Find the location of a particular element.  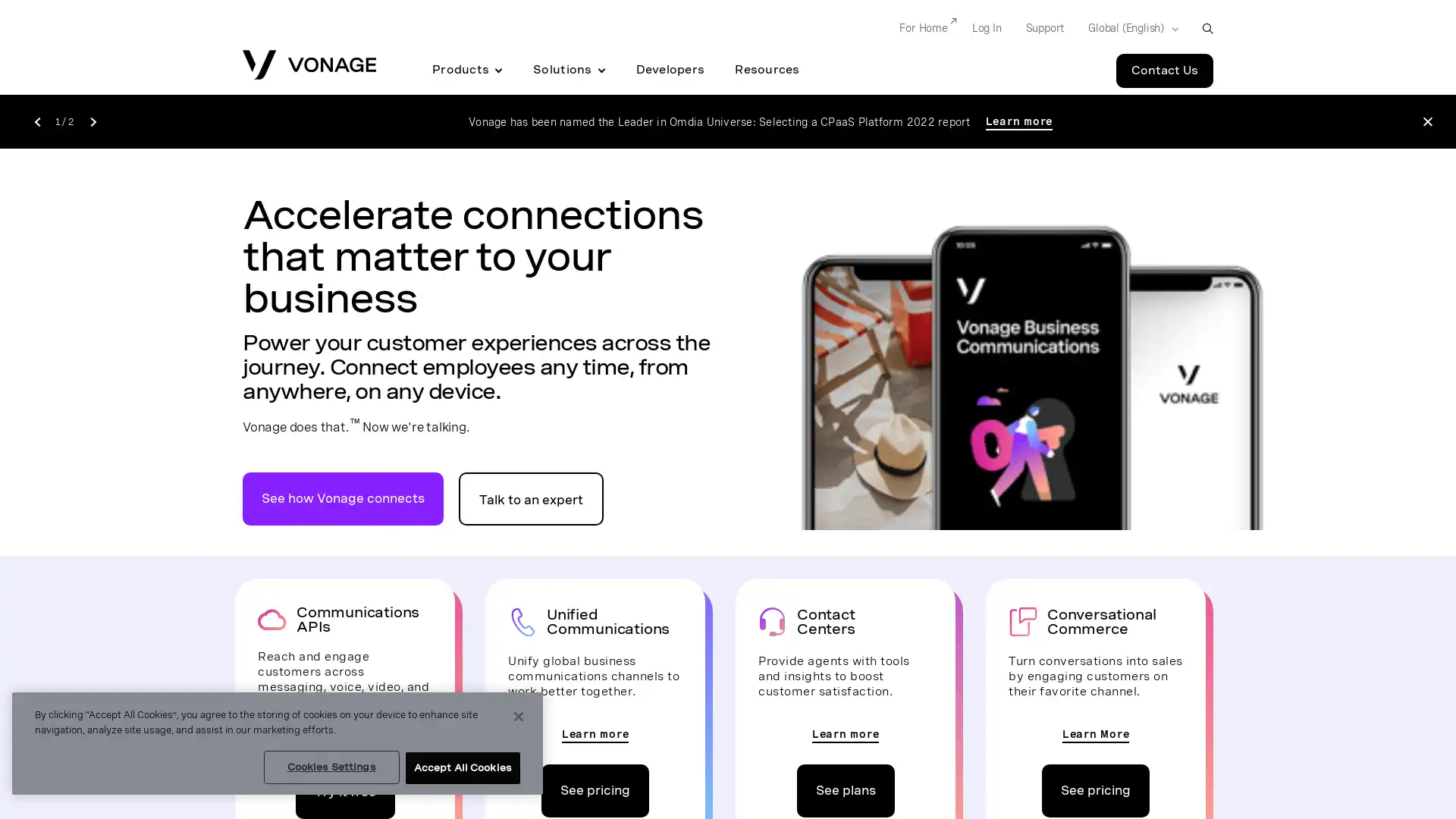

Go to the next announcement is located at coordinates (92, 120).